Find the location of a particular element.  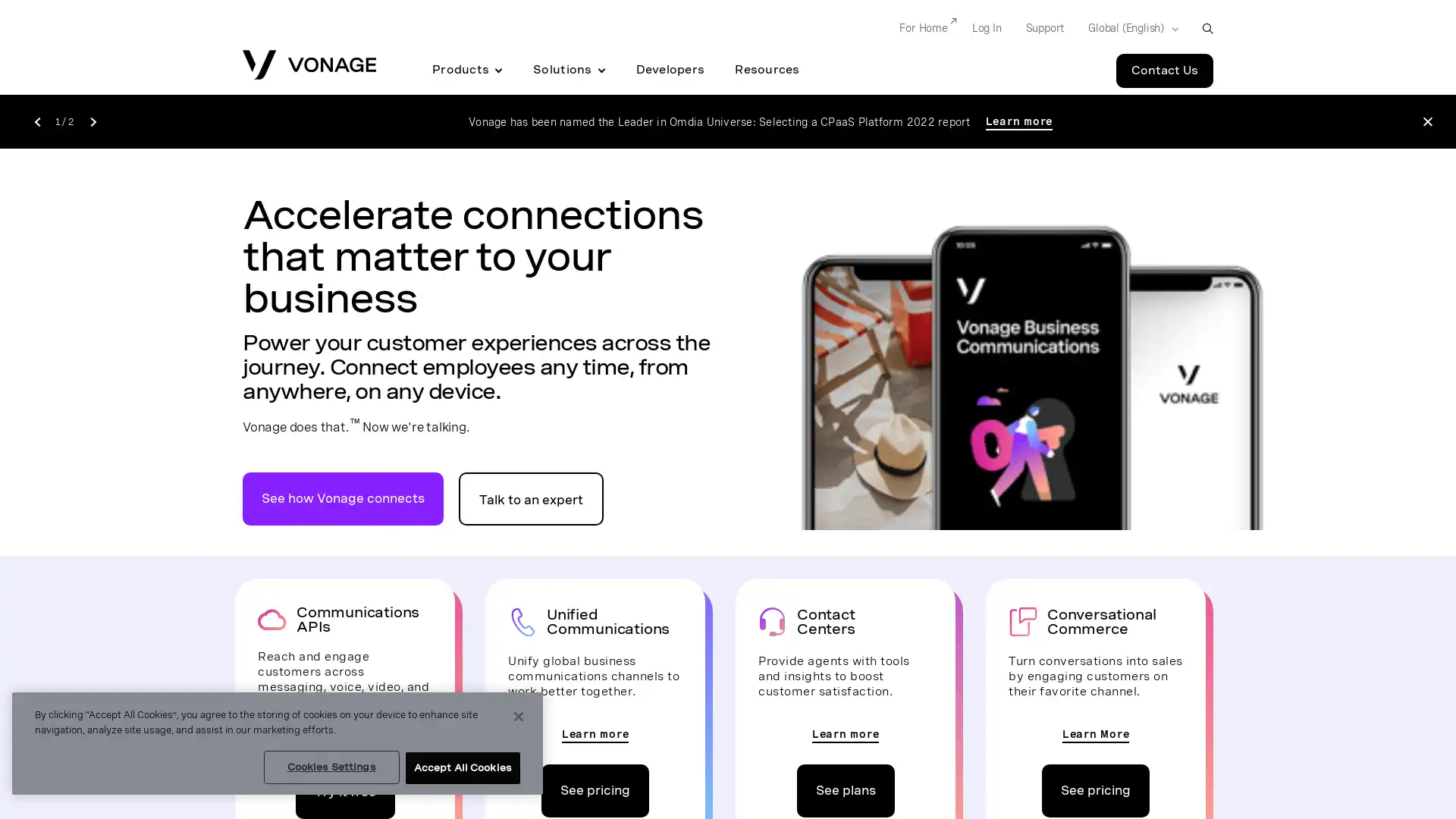

Go to the next announcement is located at coordinates (92, 120).